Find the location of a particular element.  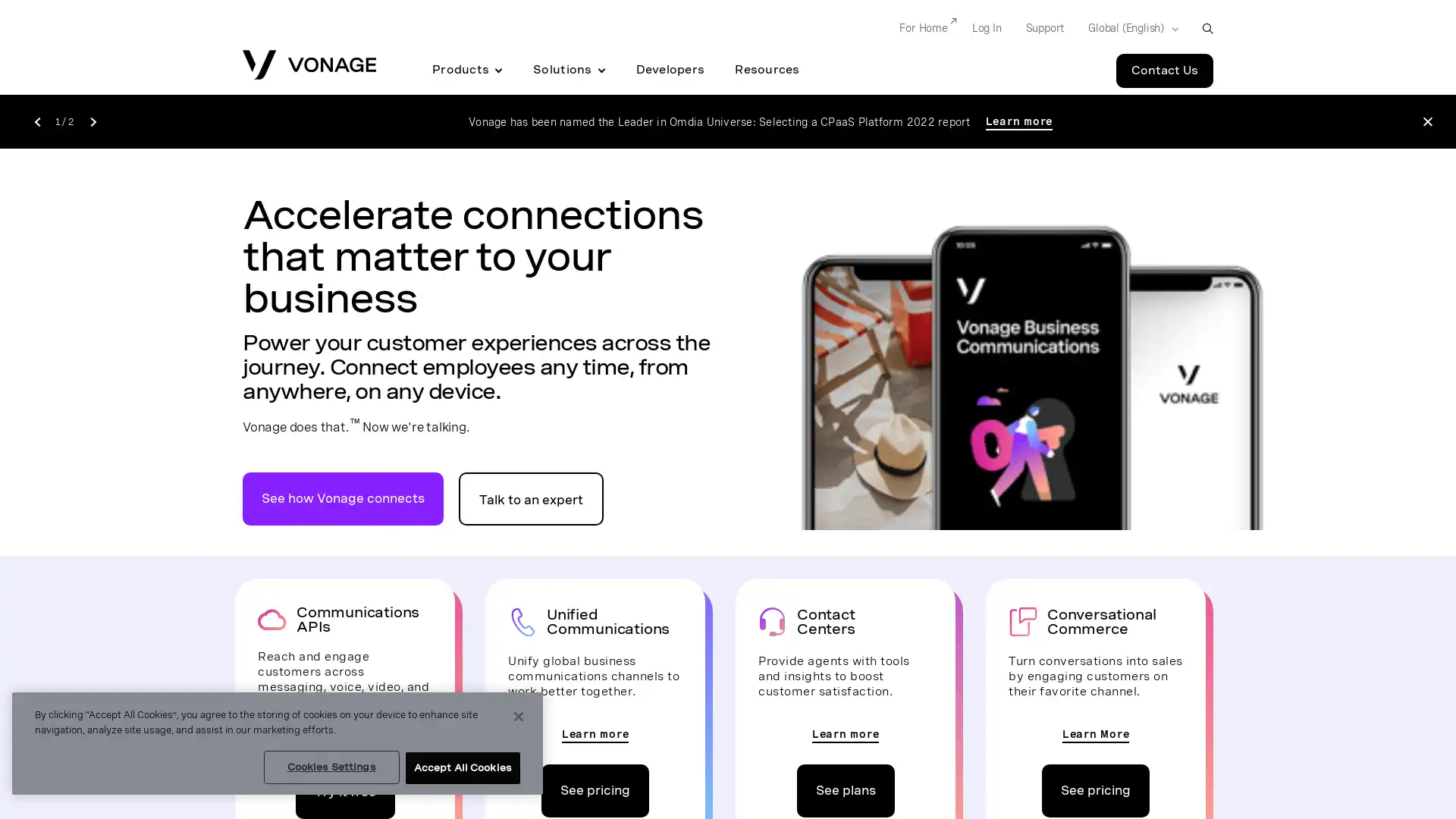

Go to the next announcement is located at coordinates (92, 120).